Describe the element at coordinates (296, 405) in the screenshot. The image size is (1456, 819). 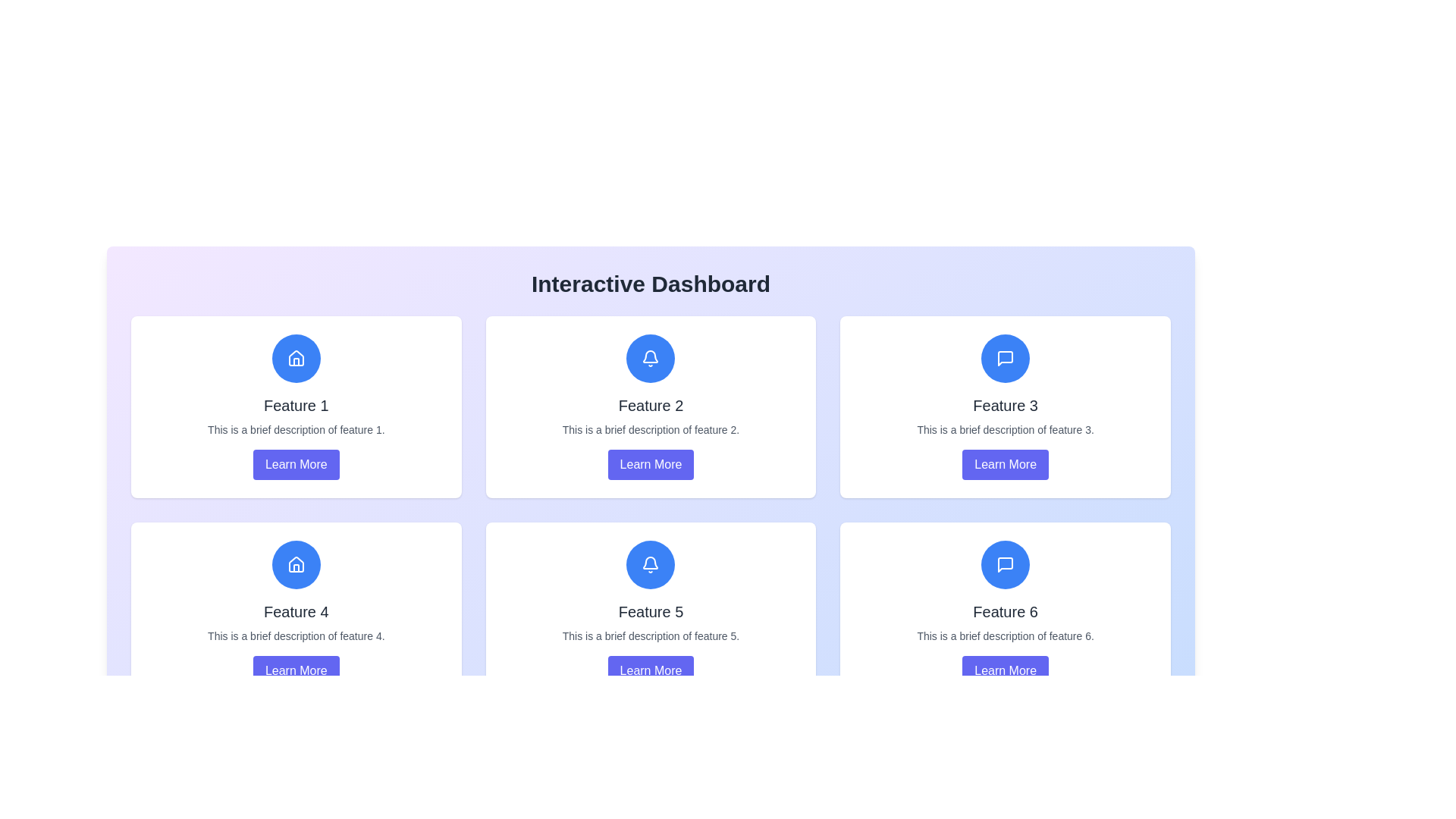
I see `the text label displaying 'Feature 1' which is styled in a large, bold, medium gray font and is positioned inside the first feature card of a grid layout` at that location.